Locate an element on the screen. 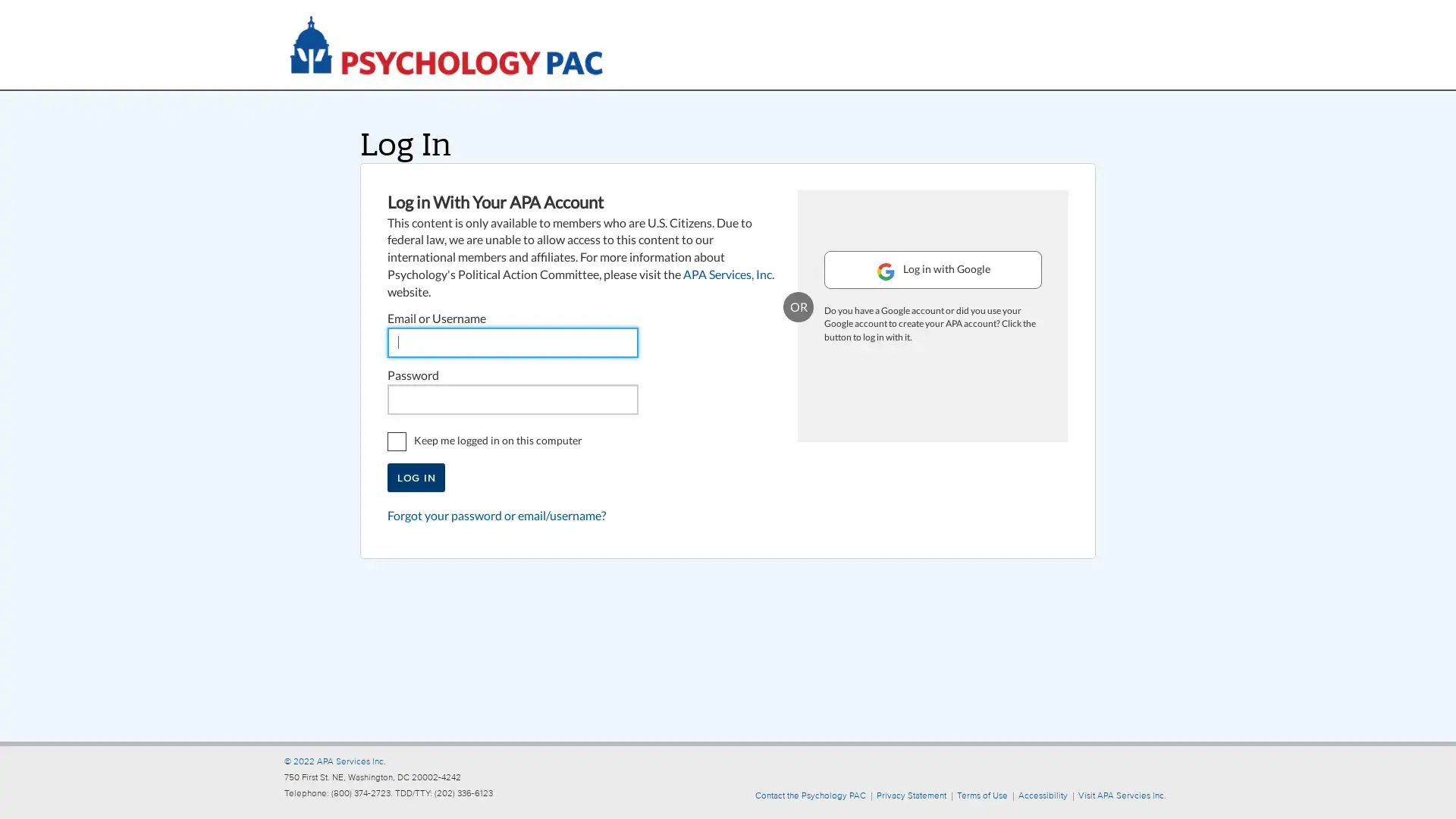  Log In is located at coordinates (416, 475).